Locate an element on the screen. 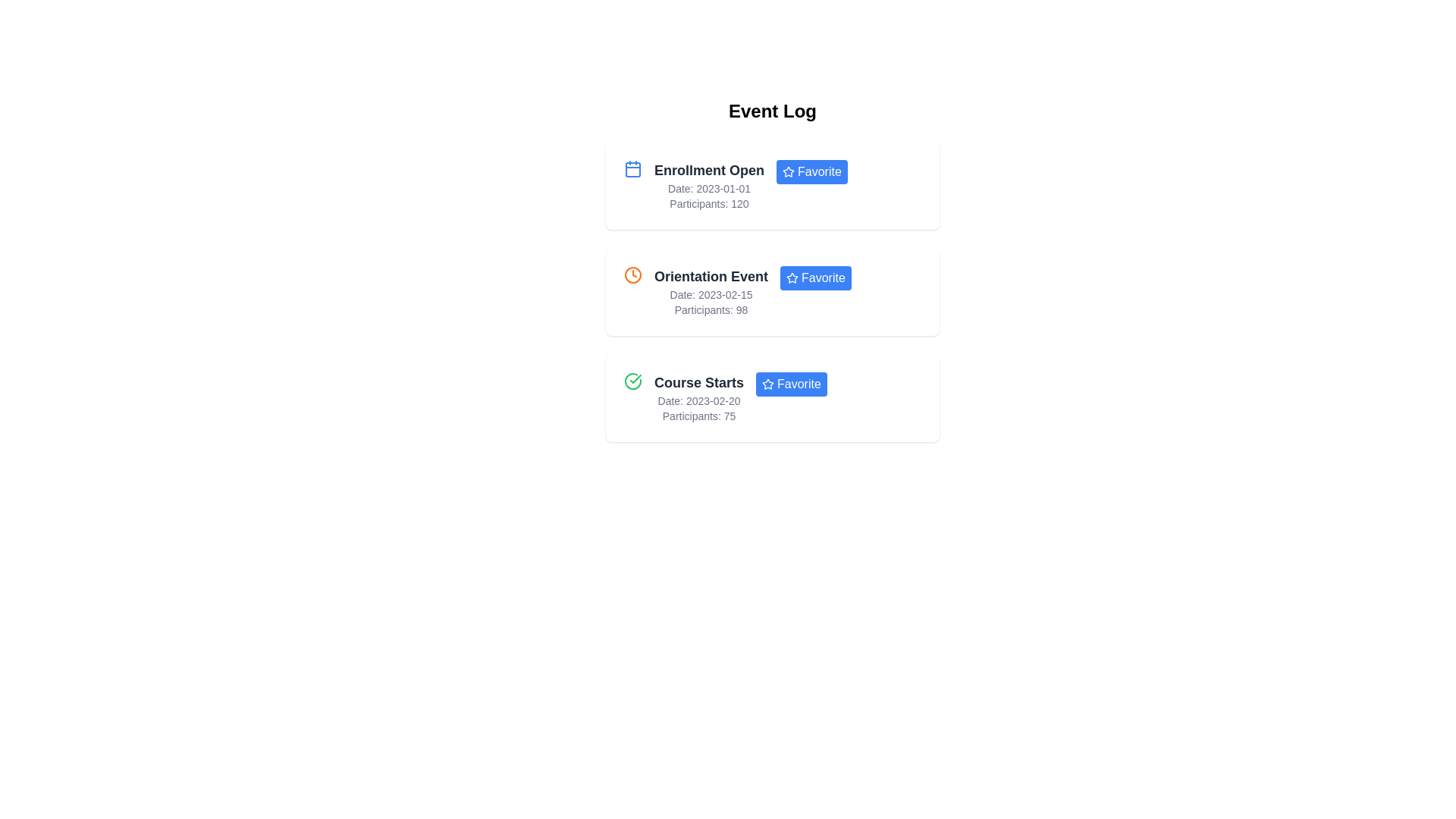 The height and width of the screenshot is (819, 1456). the favorite button located in the top card of the 'Enrollment Open' section is located at coordinates (811, 171).